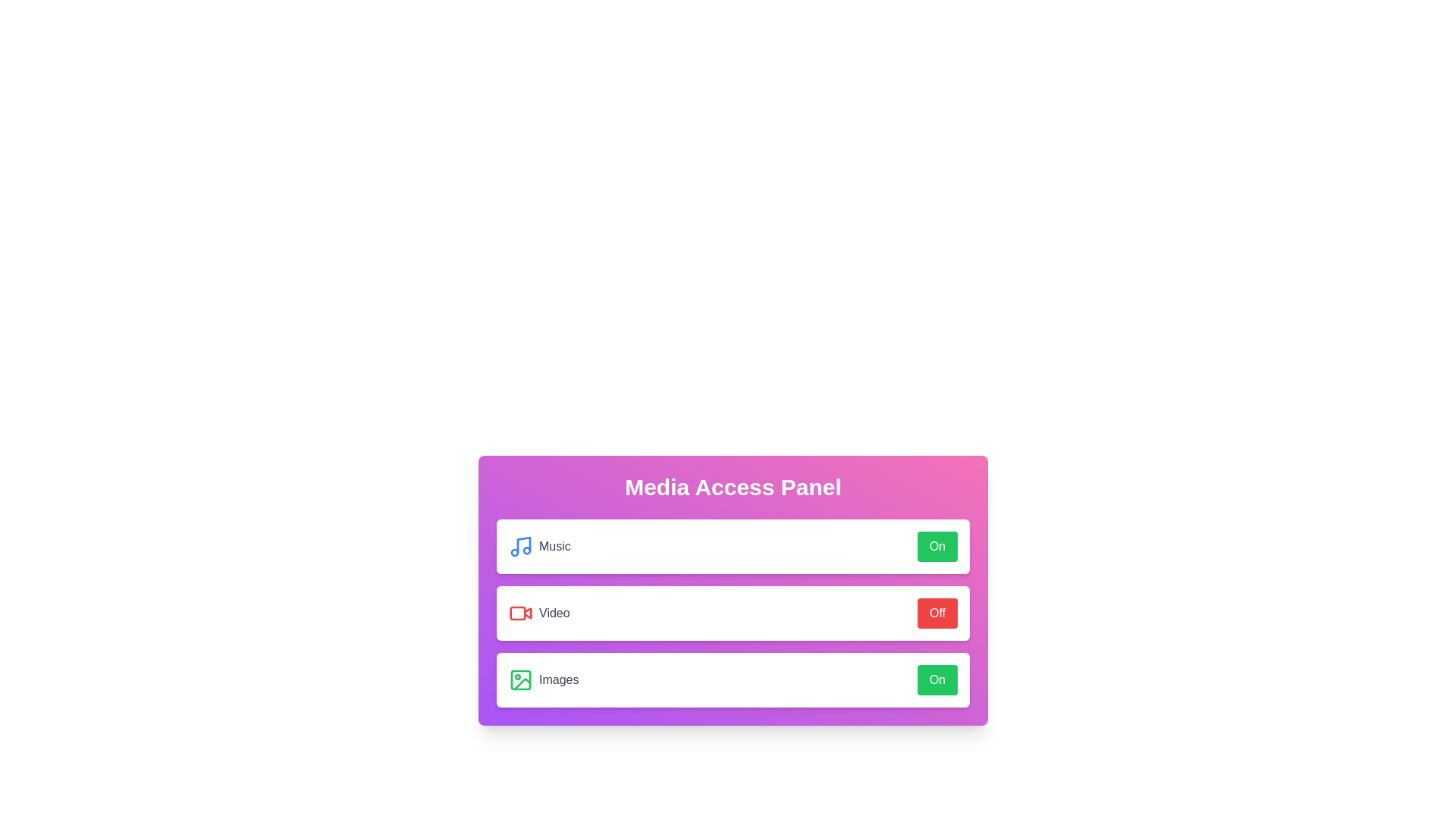 This screenshot has width=1456, height=819. Describe the element at coordinates (520, 679) in the screenshot. I see `the images icon to interact visually` at that location.